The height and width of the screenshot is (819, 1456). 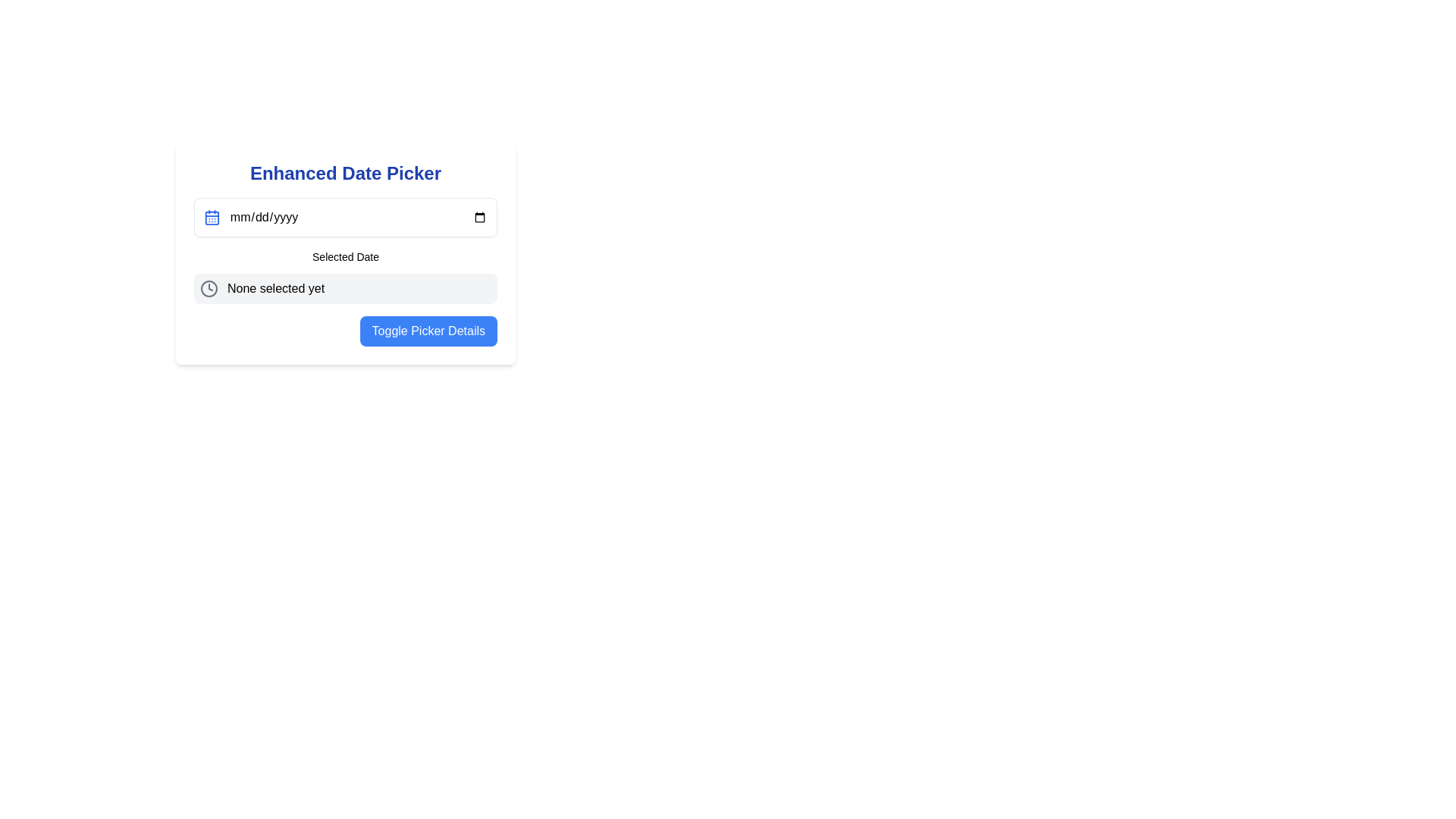 I want to click on bold, large-sized blue text labeled 'Enhanced Date Picker' located at the top of the date picker interface, so click(x=345, y=172).